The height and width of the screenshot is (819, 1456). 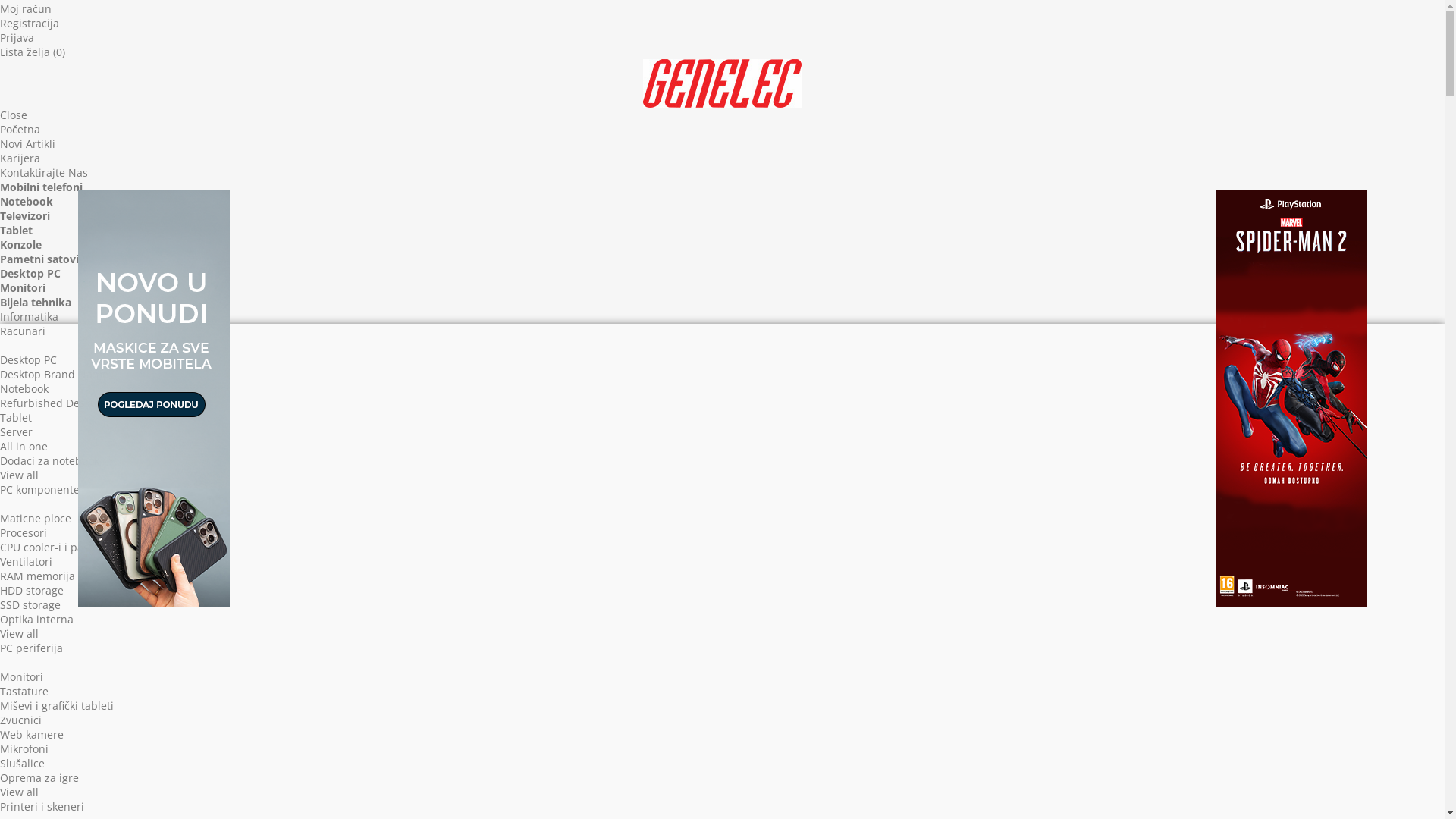 What do you see at coordinates (24, 445) in the screenshot?
I see `'All in one'` at bounding box center [24, 445].